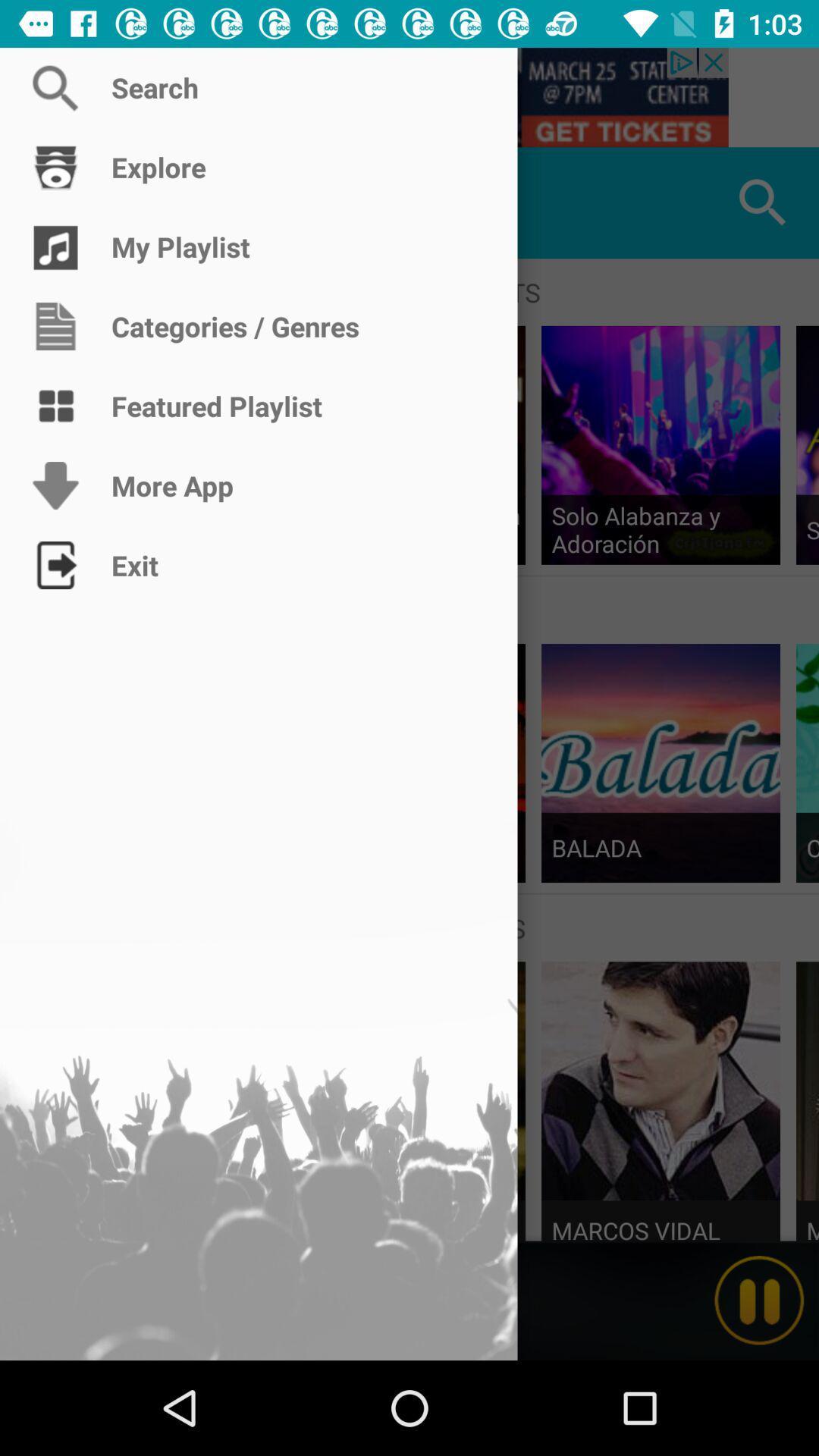 Image resolution: width=819 pixels, height=1456 pixels. I want to click on the pause icon, so click(759, 1300).